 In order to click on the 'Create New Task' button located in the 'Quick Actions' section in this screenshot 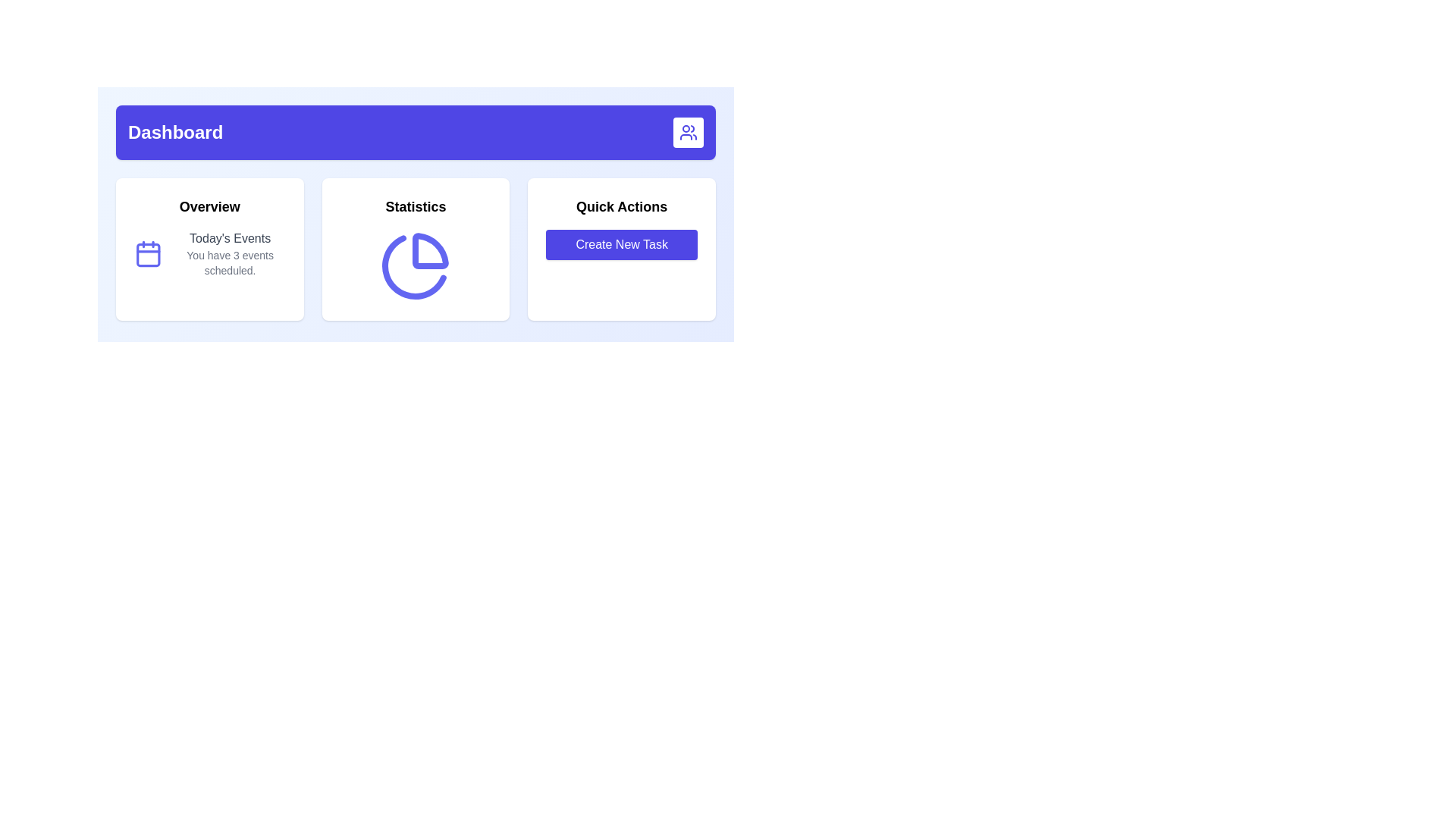, I will do `click(622, 244)`.